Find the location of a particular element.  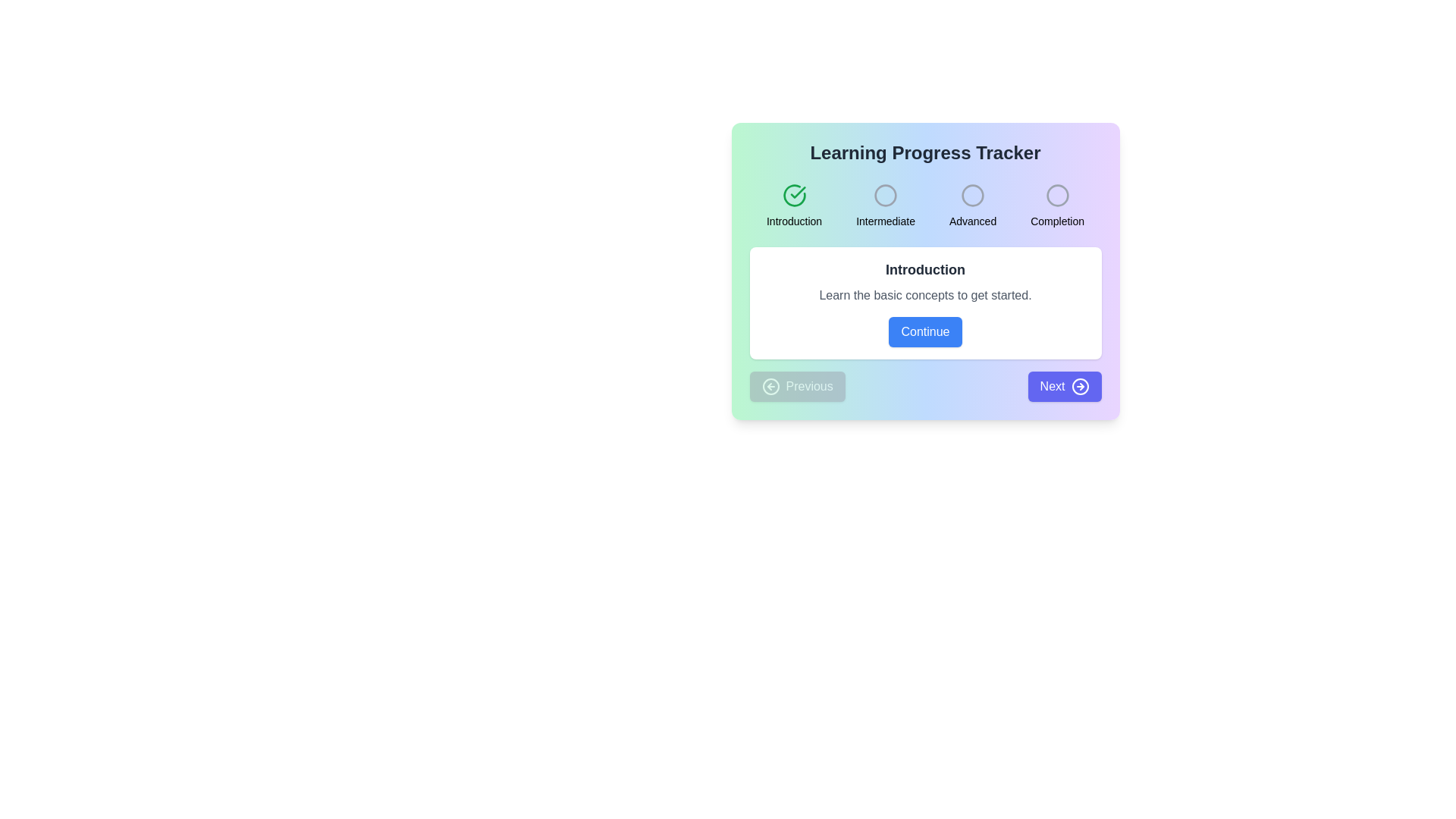

the text element that reads 'Learn the basic concepts to get started', which is styled in a small, muted gray font and positioned beneath the heading 'Introduction' within the 'Learning Progress Tracker' panel is located at coordinates (924, 295).